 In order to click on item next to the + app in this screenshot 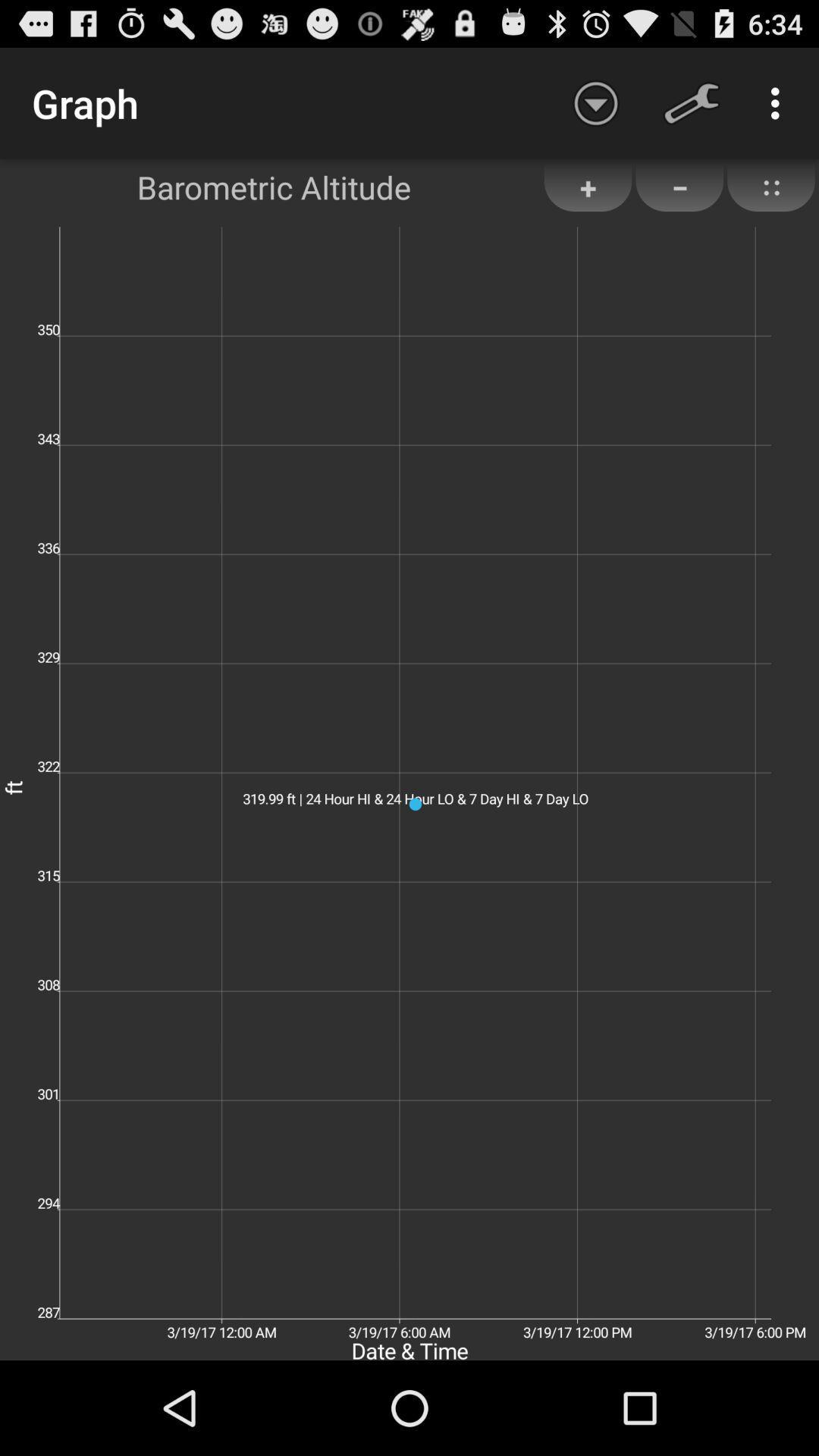, I will do `click(679, 187)`.